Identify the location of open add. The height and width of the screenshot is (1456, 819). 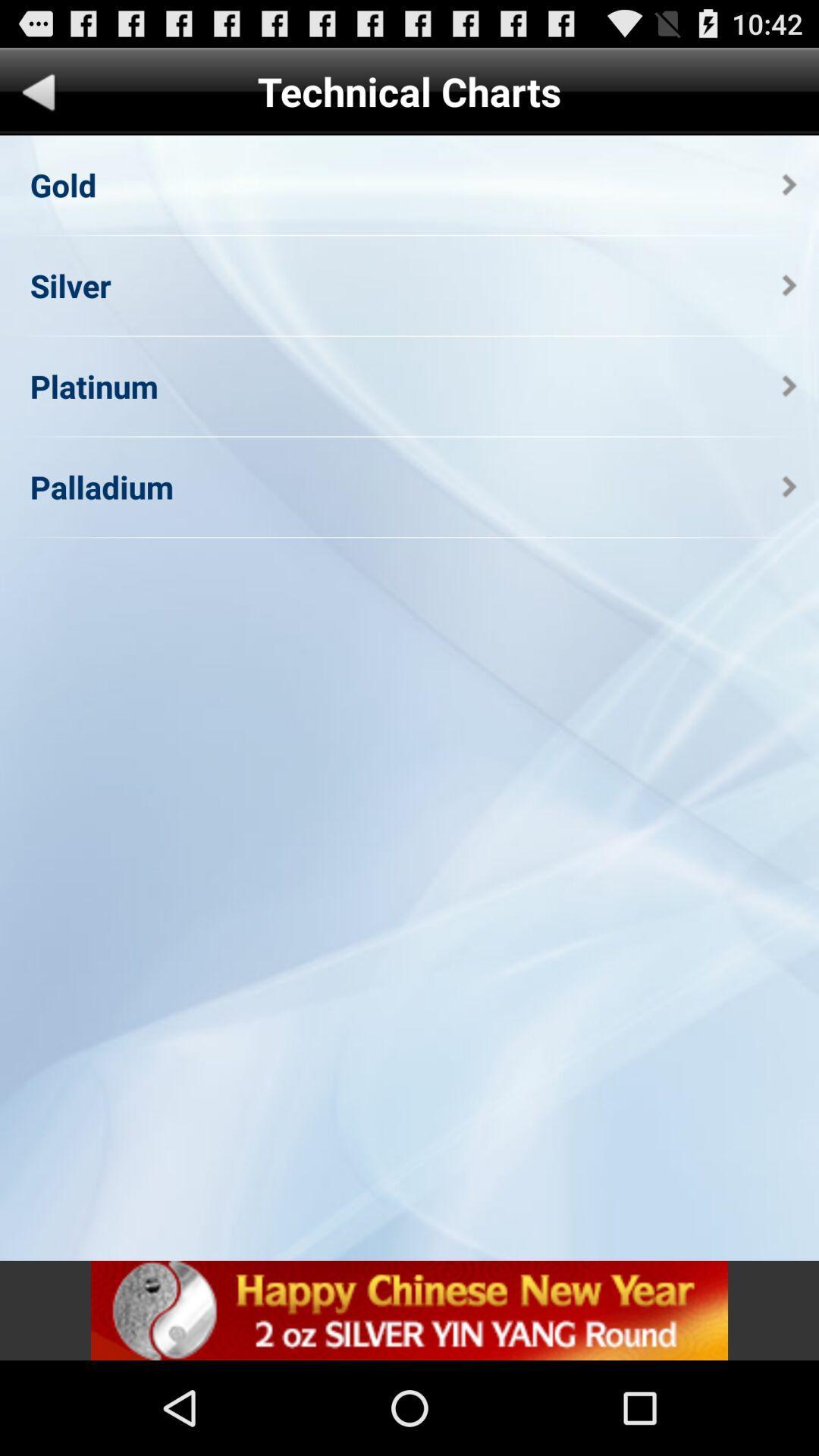
(409, 1310).